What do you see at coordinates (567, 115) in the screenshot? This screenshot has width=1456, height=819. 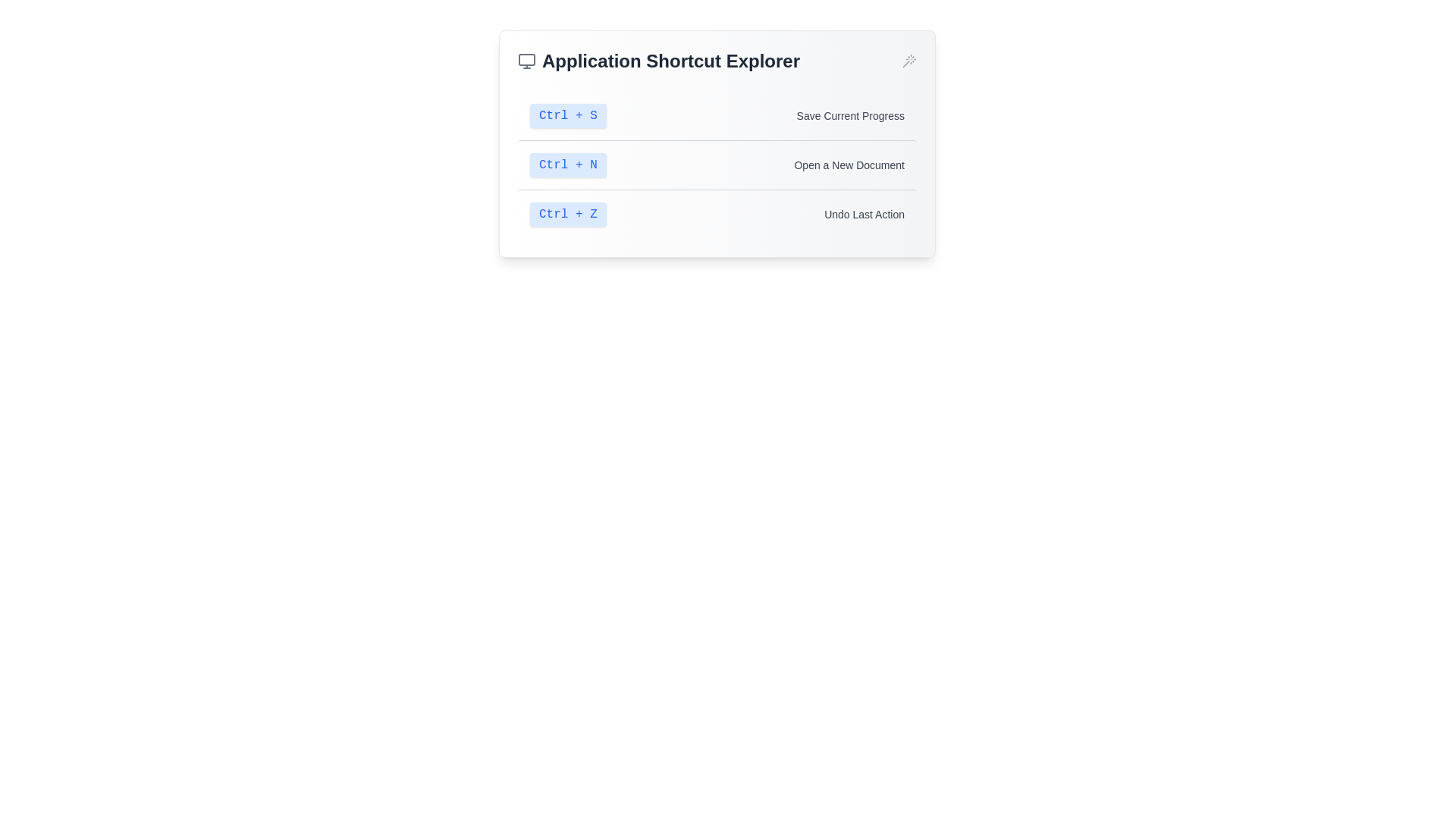 I see `the Button-like text label that visually represents the 'Ctrl + S' shortcut for saving progress, which is the first item in the list and aligns with the descriptive text 'Save Current Progress'` at bounding box center [567, 115].